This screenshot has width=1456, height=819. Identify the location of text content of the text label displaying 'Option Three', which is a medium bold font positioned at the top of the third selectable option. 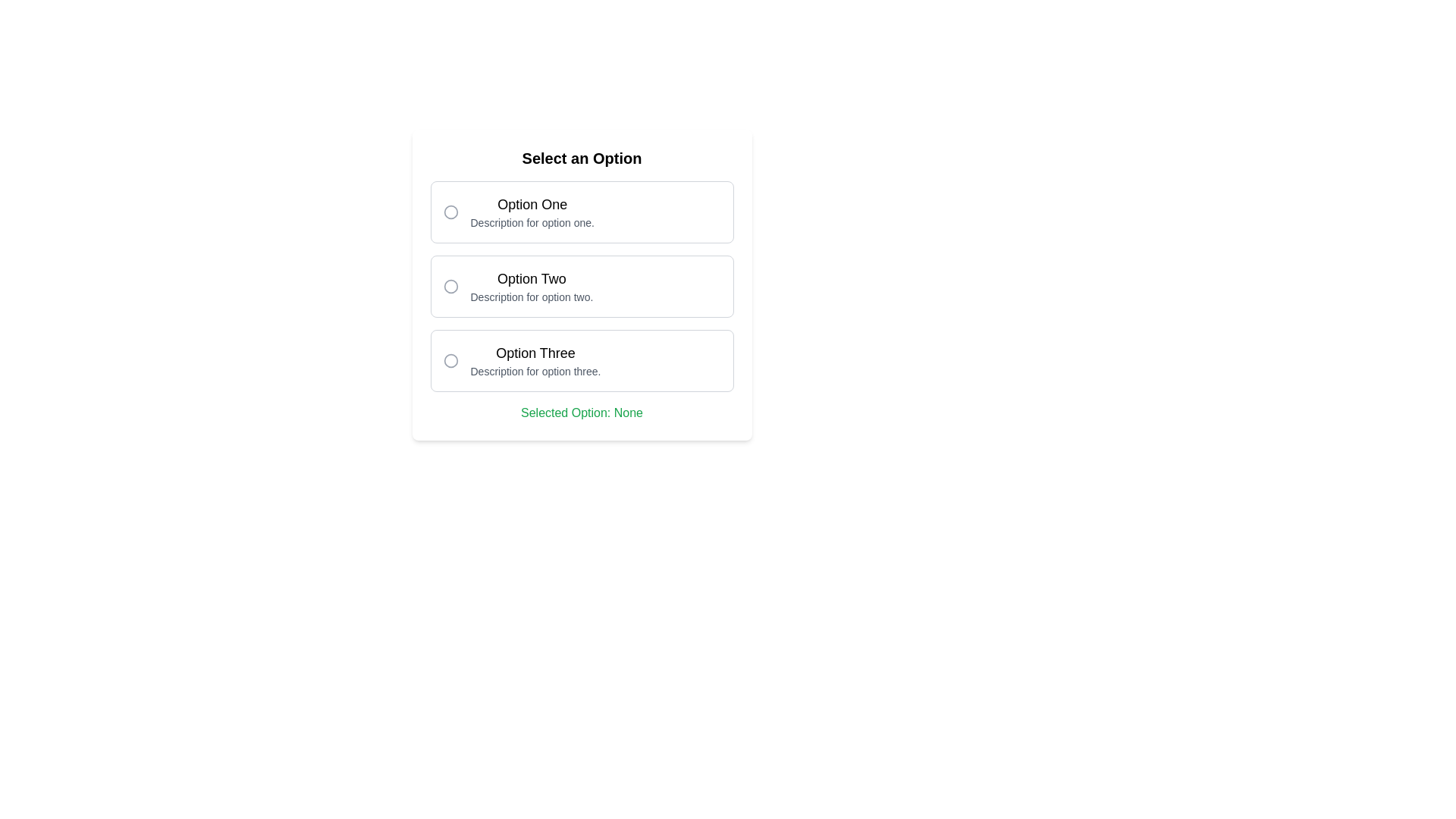
(535, 353).